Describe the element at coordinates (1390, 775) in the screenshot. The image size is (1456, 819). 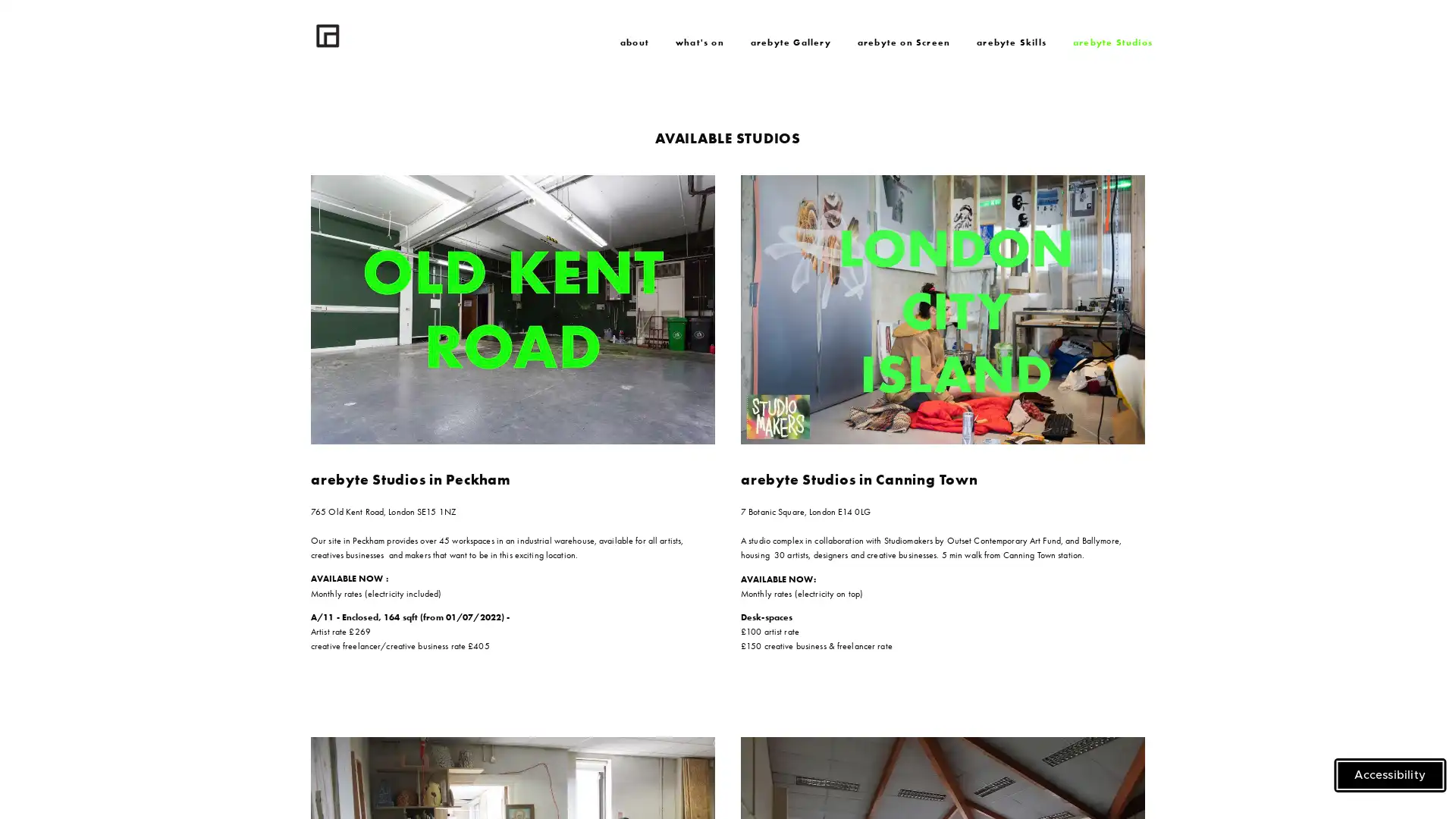
I see `Accessibility Menu` at that location.